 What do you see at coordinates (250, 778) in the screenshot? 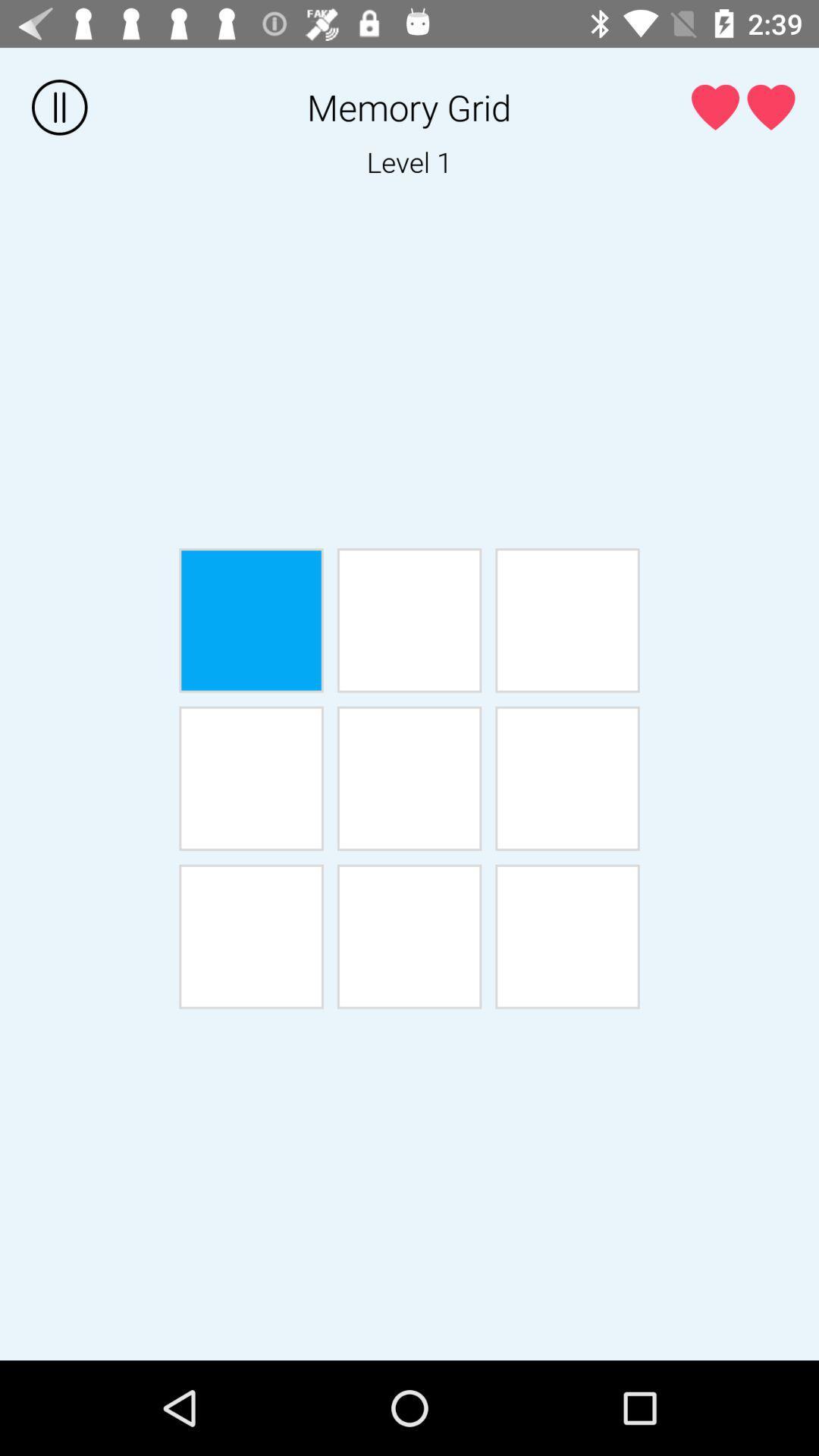
I see `go back` at bounding box center [250, 778].